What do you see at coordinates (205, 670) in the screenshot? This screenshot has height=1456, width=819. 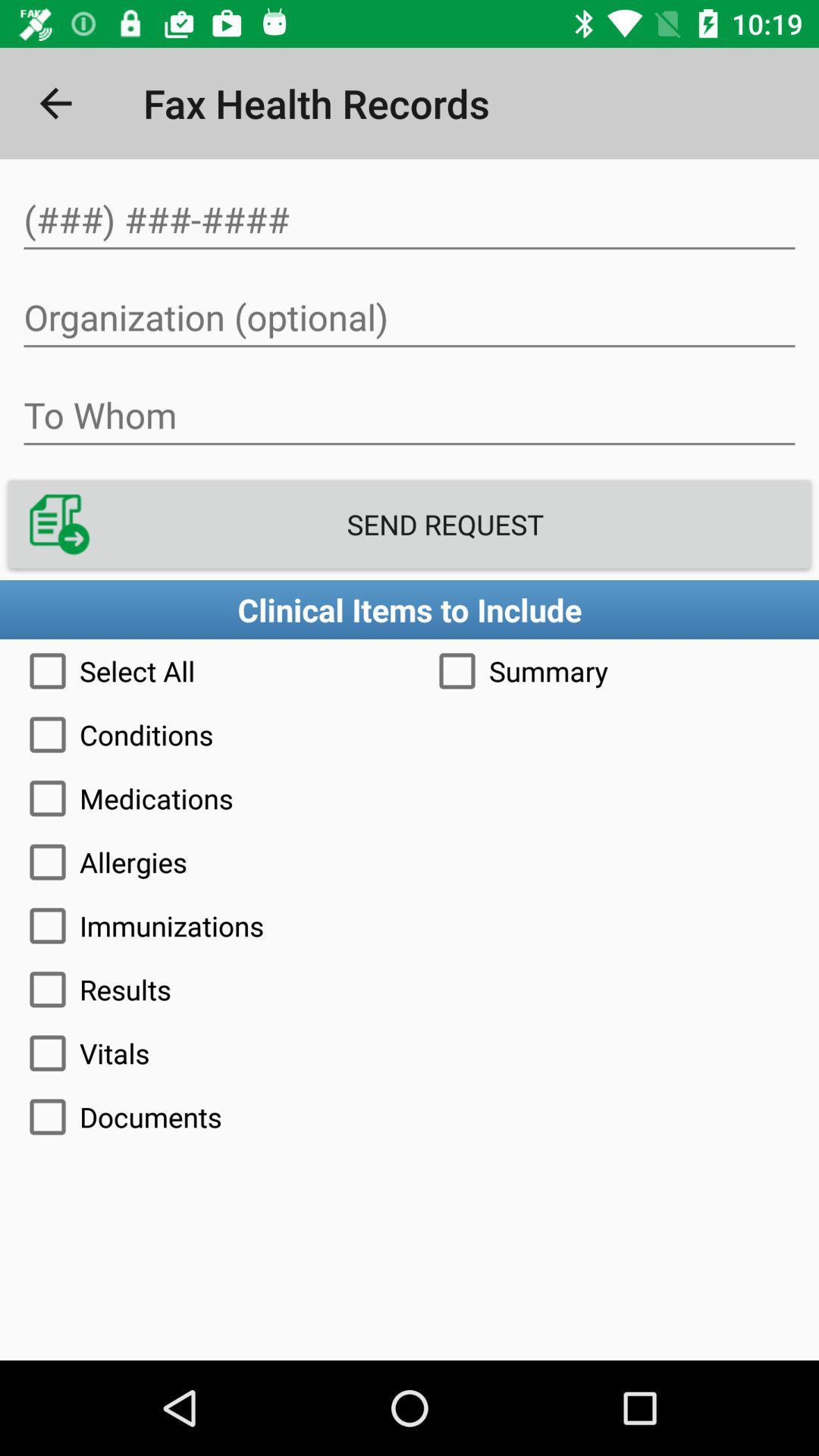 I see `icon next to the summary item` at bounding box center [205, 670].